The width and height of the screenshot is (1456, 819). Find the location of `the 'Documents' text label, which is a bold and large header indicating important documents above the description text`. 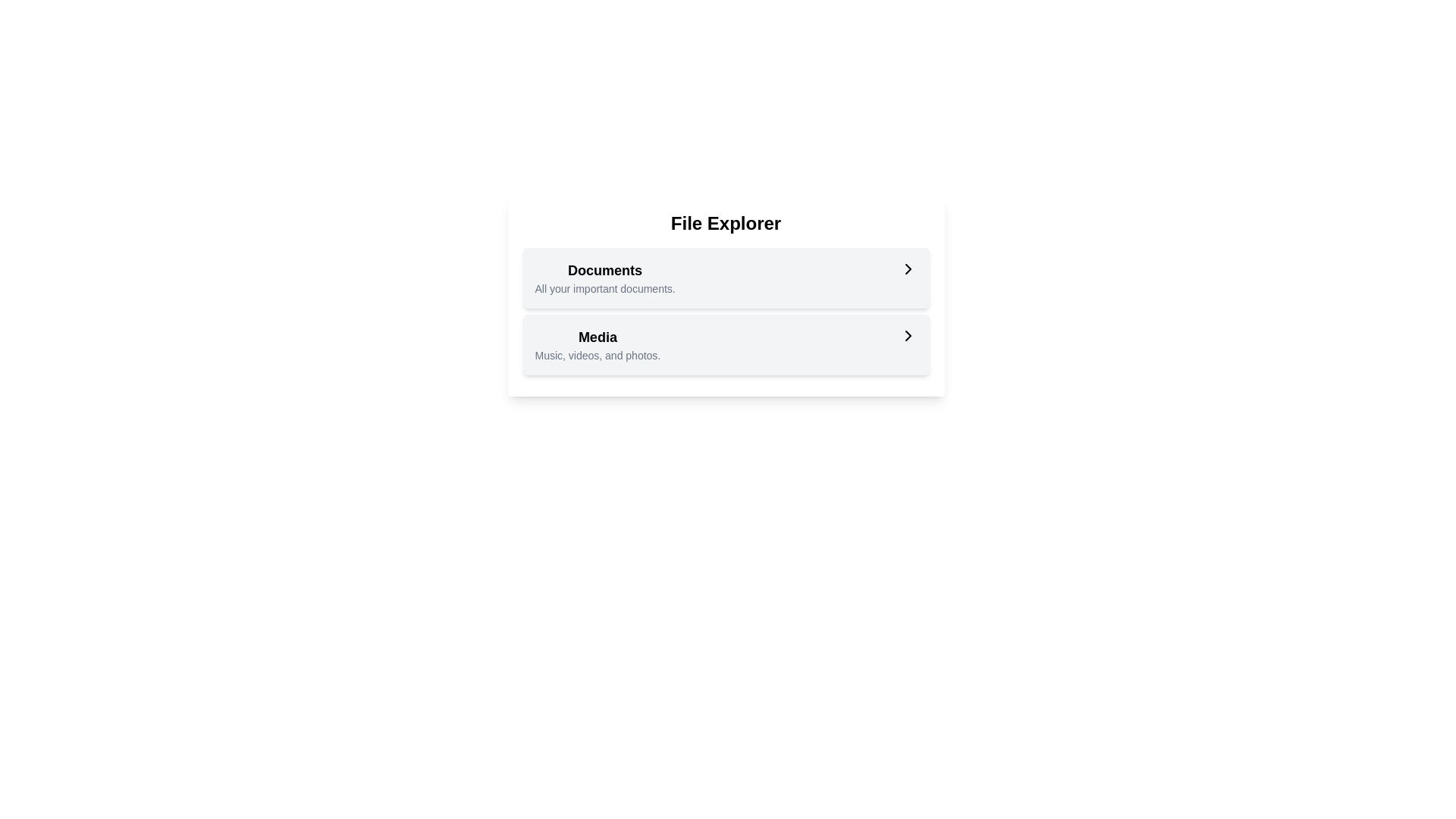

the 'Documents' text label, which is a bold and large header indicating important documents above the description text is located at coordinates (604, 270).